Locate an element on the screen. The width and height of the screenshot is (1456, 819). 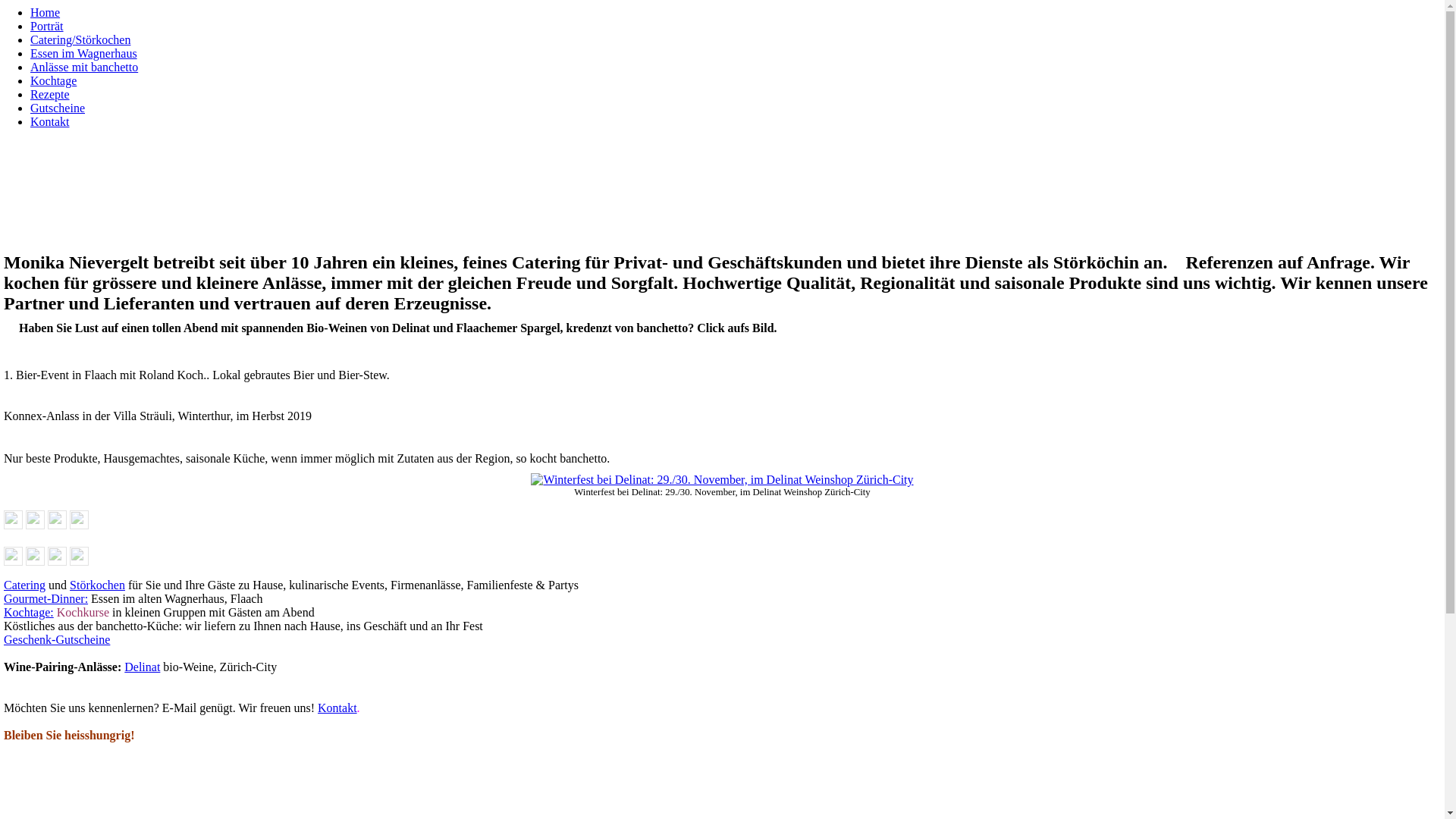
'Catering' is located at coordinates (24, 584).